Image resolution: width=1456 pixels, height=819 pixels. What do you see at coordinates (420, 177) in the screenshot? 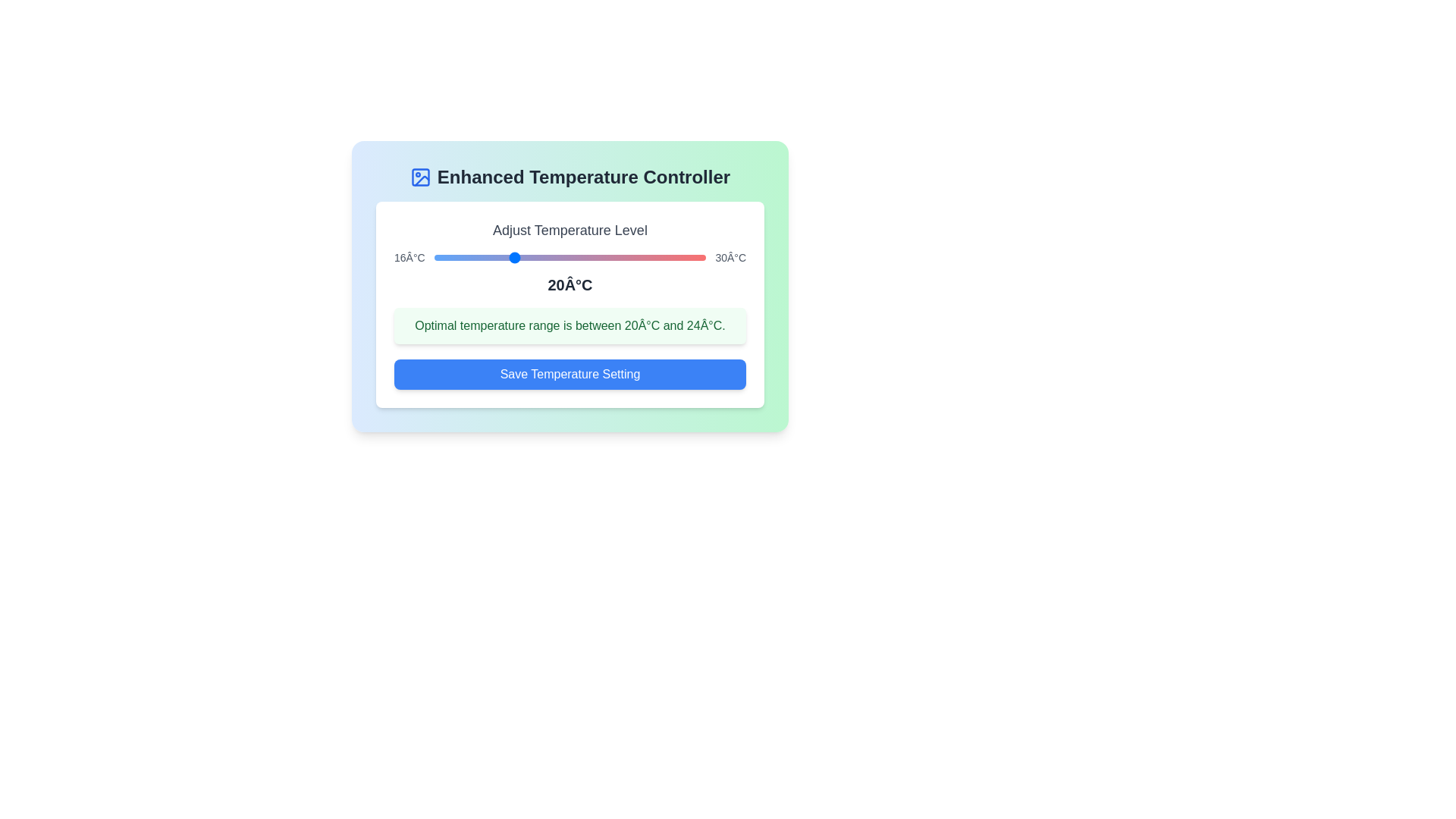
I see `the image icon in the header` at bounding box center [420, 177].